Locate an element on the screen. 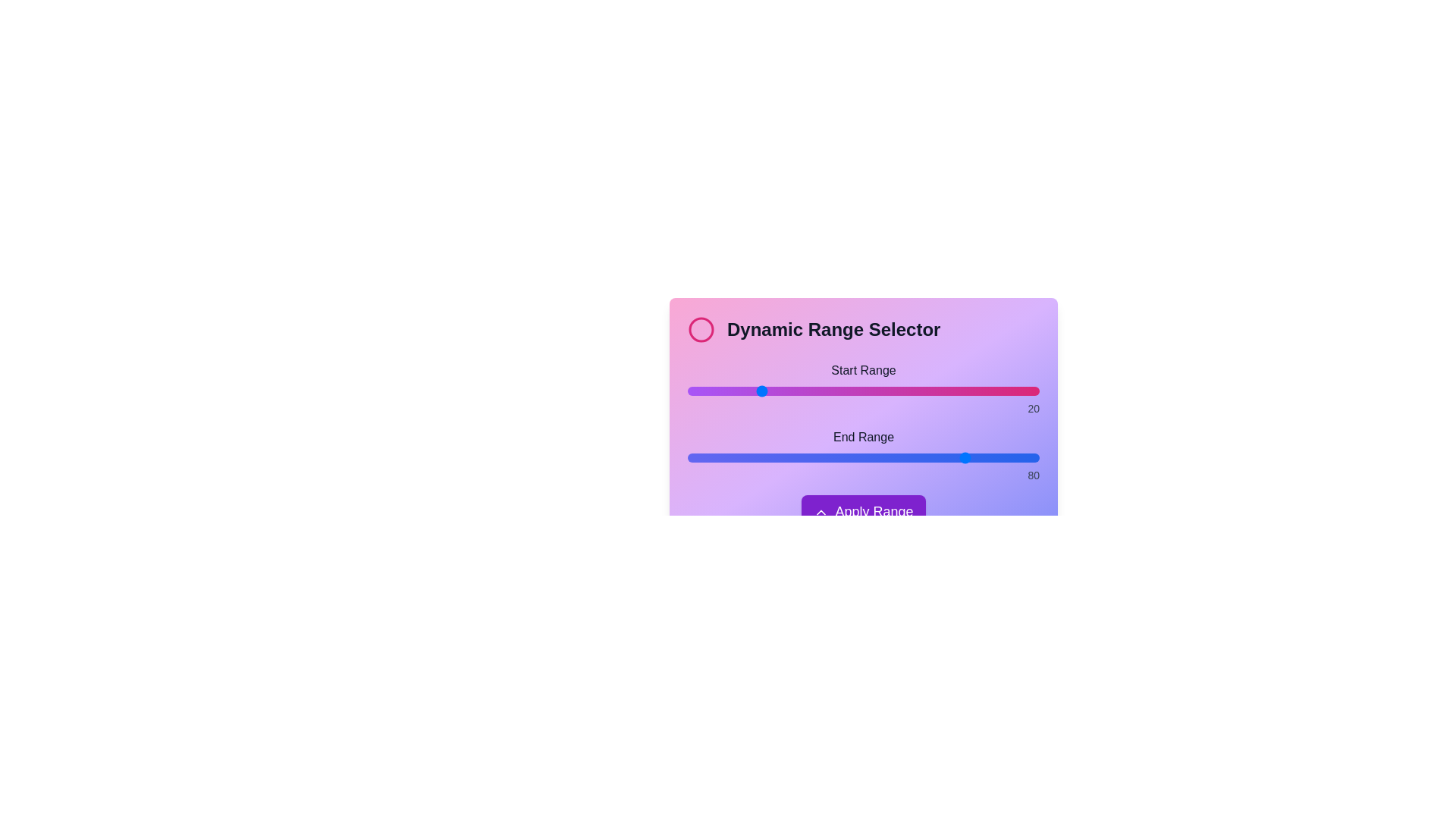  the start range slider to 69 by dragging the slider to the desired position is located at coordinates (930, 391).